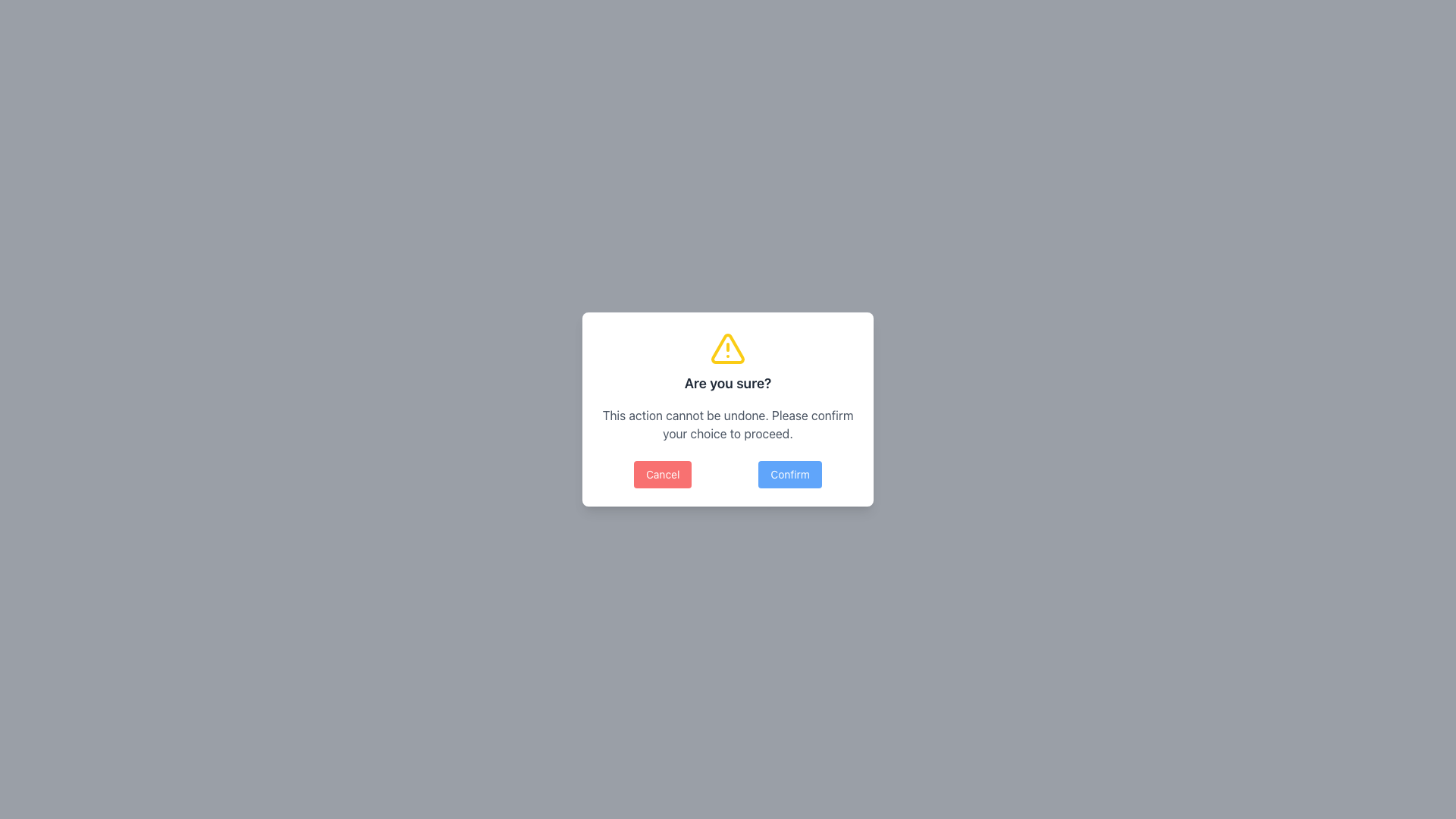  Describe the element at coordinates (662, 473) in the screenshot. I see `the 'Cancel' button, which is a red button with white text located in the bottom-left section of the modal dialog box` at that location.